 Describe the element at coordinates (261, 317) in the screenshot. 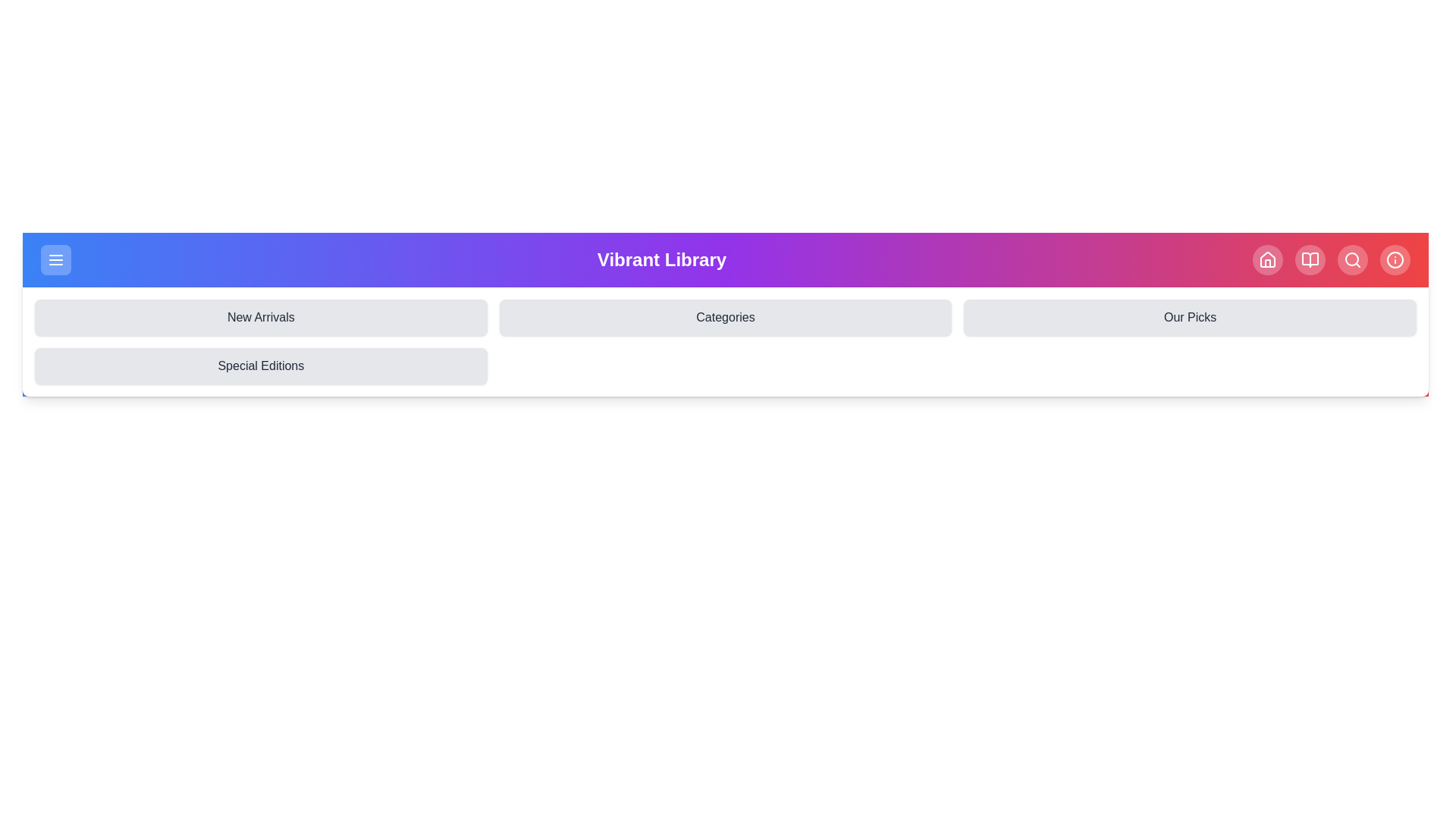

I see `the New Arrivals button to activate it` at that location.